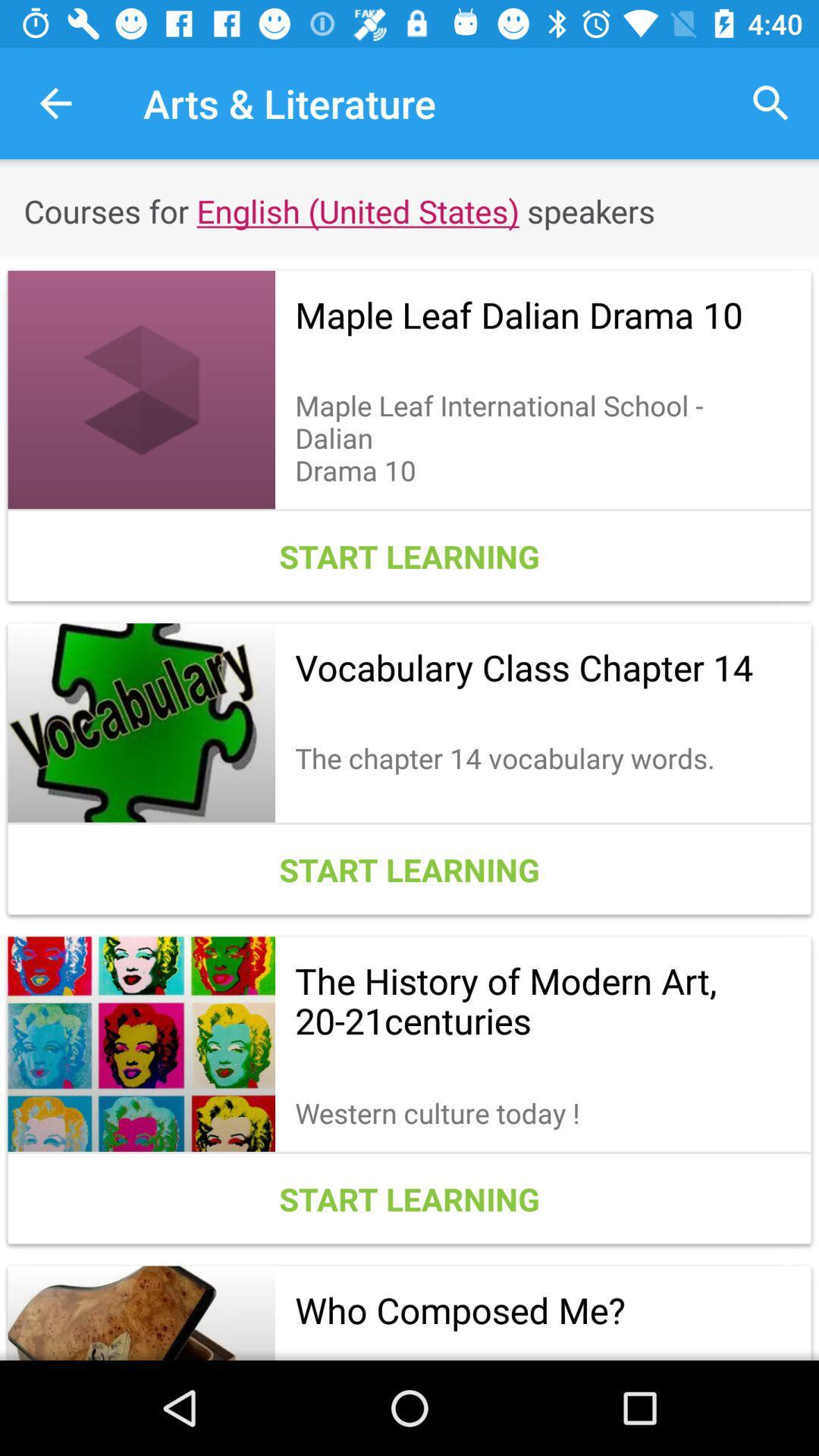 The image size is (819, 1456). What do you see at coordinates (771, 102) in the screenshot?
I see `the item next to the arts & literature item` at bounding box center [771, 102].